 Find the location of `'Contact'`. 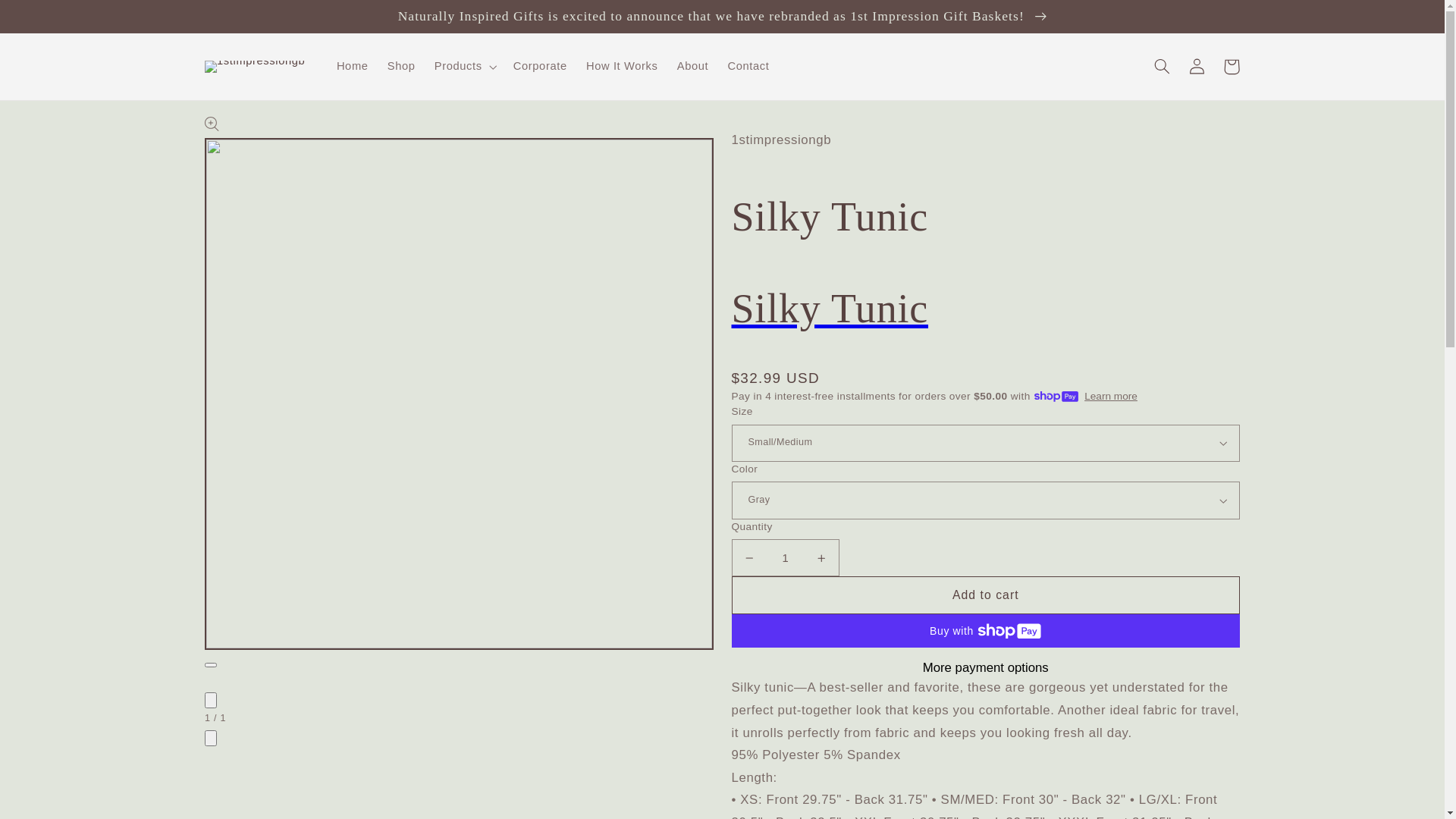

'Contact' is located at coordinates (748, 66).